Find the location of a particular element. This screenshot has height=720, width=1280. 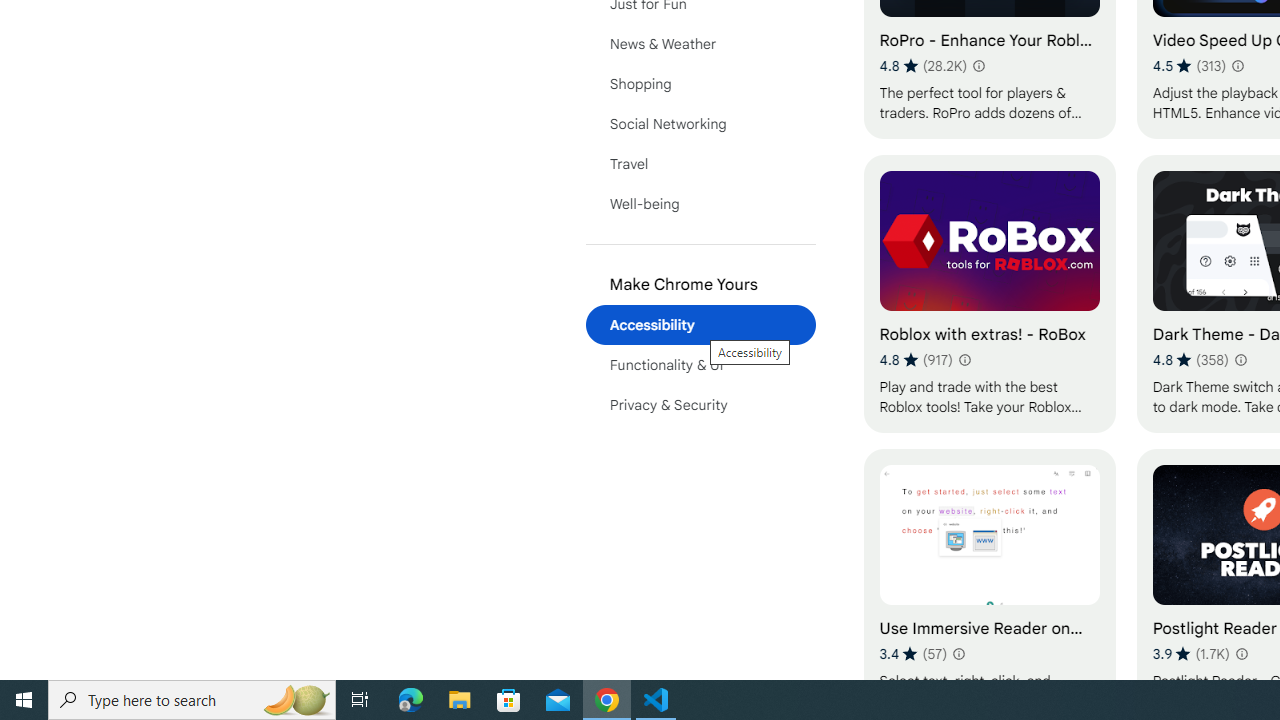

'Average rating 3.4 out of 5 stars. 57 ratings.' is located at coordinates (912, 653).